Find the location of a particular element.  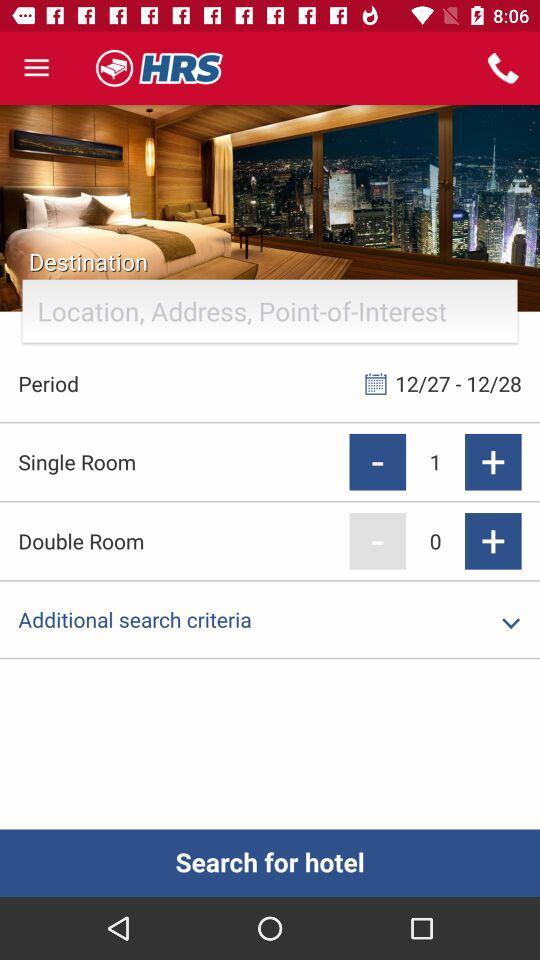

the call icon on top right corner is located at coordinates (502, 68).